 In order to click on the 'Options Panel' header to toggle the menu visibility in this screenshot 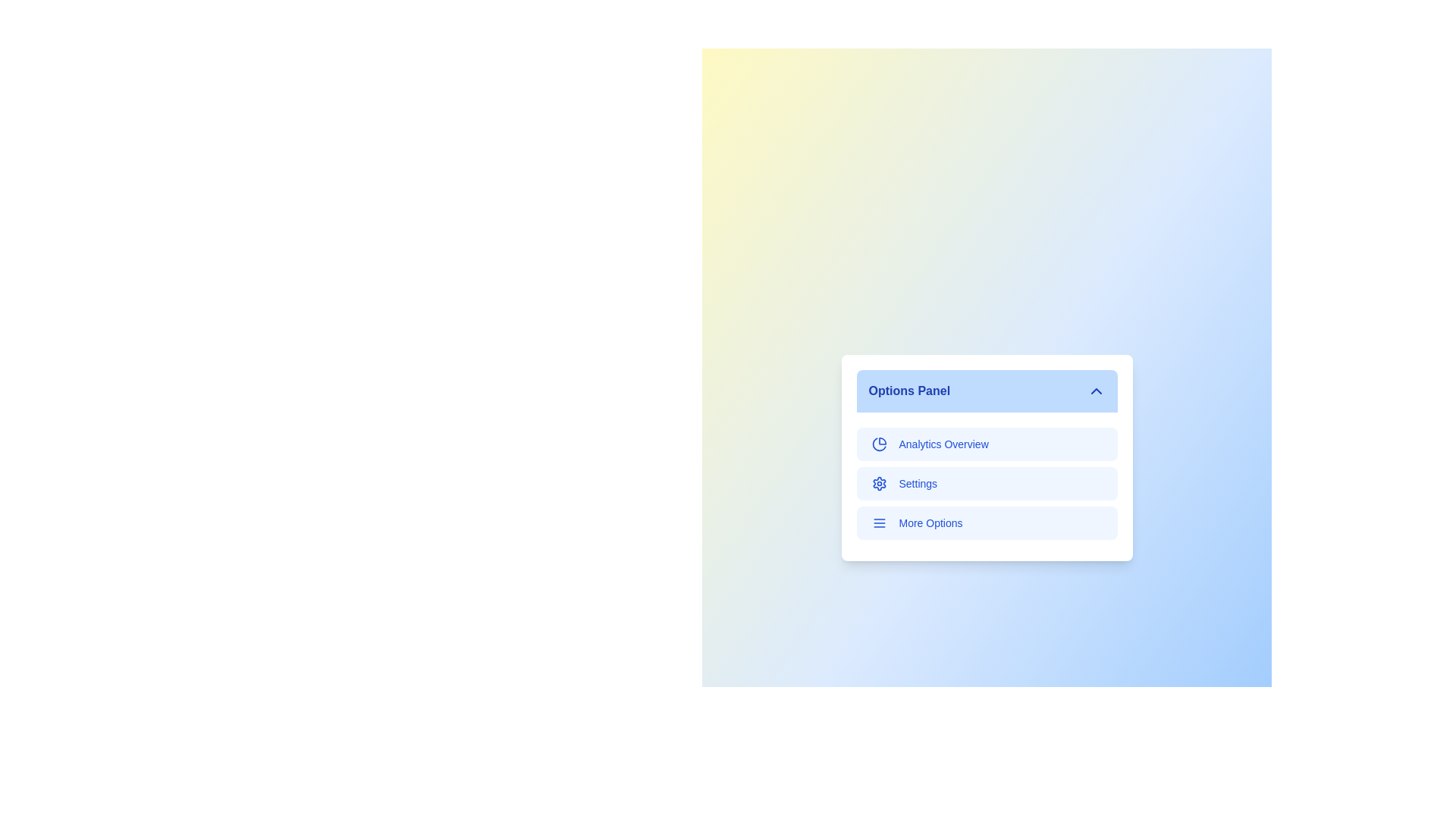, I will do `click(987, 391)`.